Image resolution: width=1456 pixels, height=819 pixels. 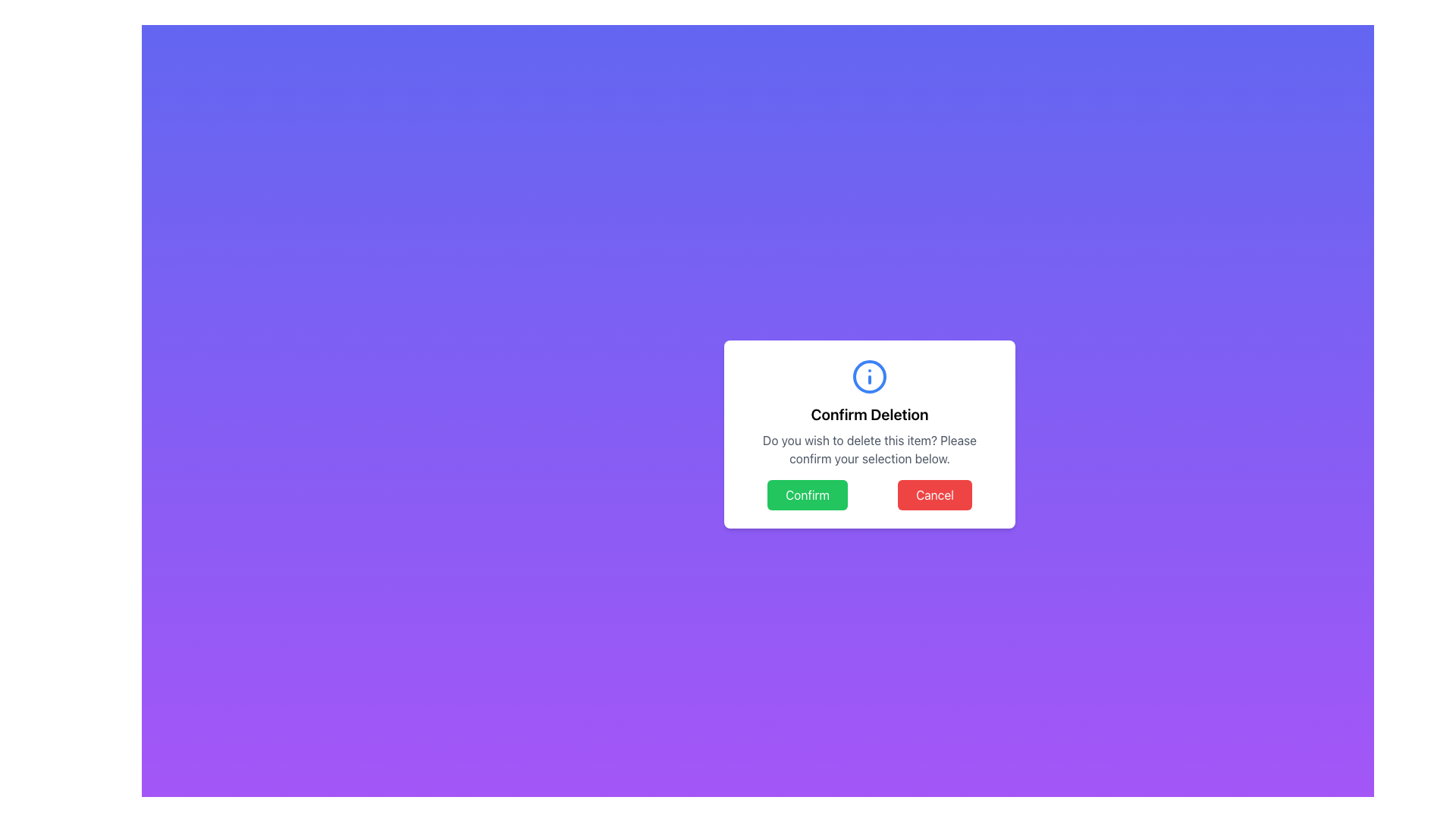 I want to click on the prominent circular info icon with a blue outline and 'i' character located at the top-center of the modal window titled 'Confirm Deletion', so click(x=870, y=376).